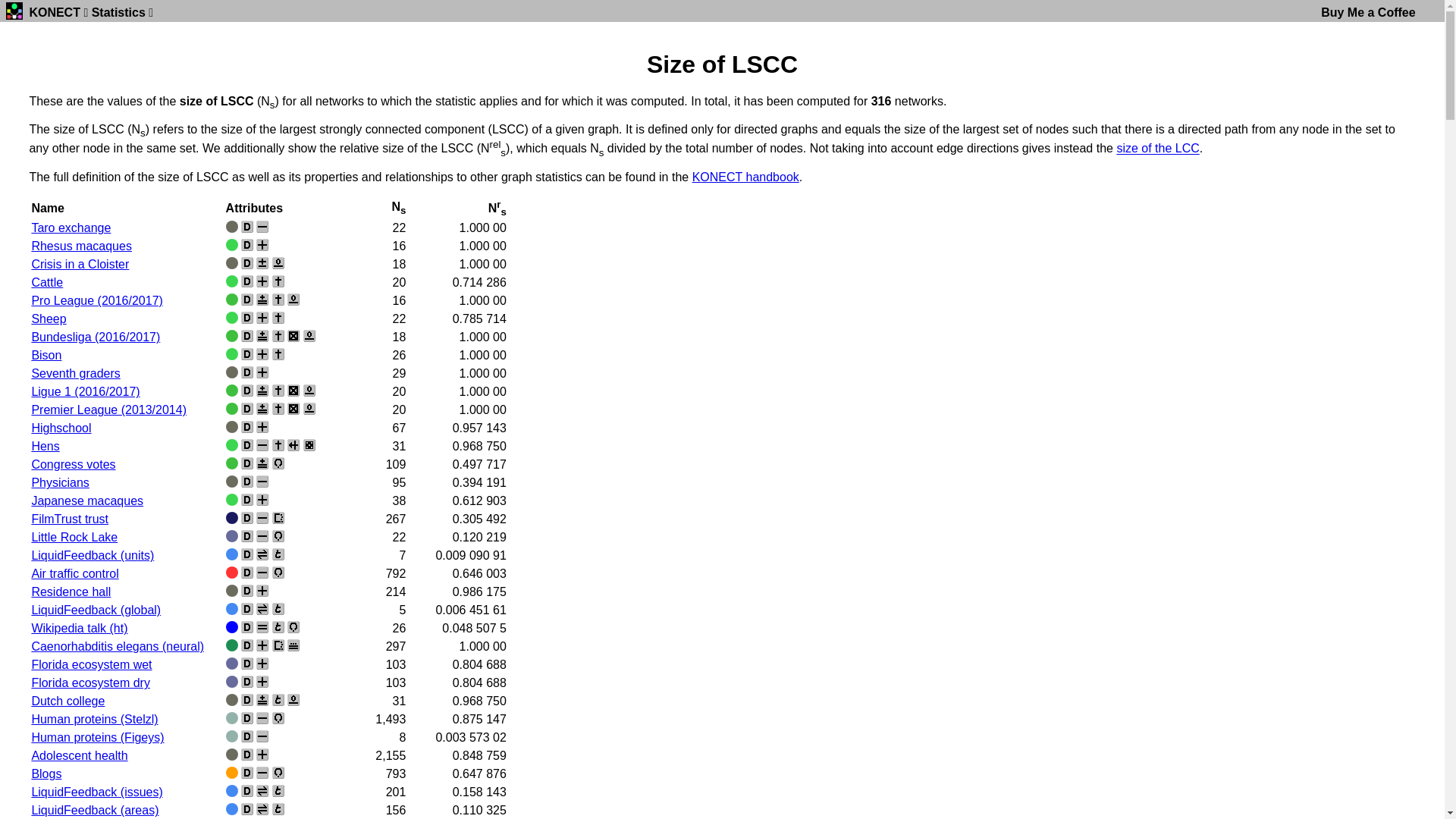 The height and width of the screenshot is (819, 1456). I want to click on 'FilmTrust trust', so click(68, 518).